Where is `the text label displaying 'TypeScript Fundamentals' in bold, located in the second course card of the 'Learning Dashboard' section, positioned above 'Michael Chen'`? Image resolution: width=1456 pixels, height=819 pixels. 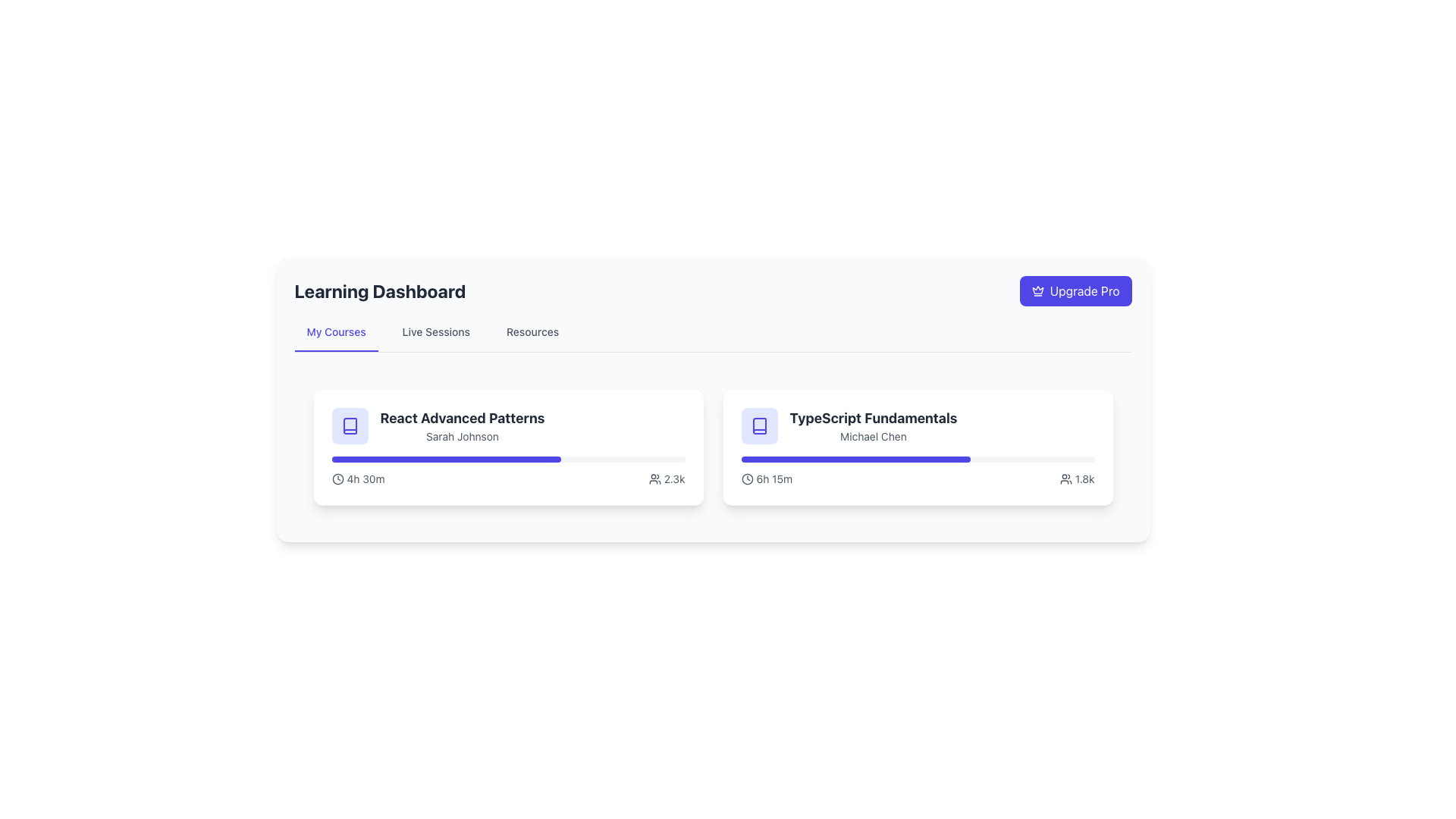
the text label displaying 'TypeScript Fundamentals' in bold, located in the second course card of the 'Learning Dashboard' section, positioned above 'Michael Chen' is located at coordinates (874, 418).